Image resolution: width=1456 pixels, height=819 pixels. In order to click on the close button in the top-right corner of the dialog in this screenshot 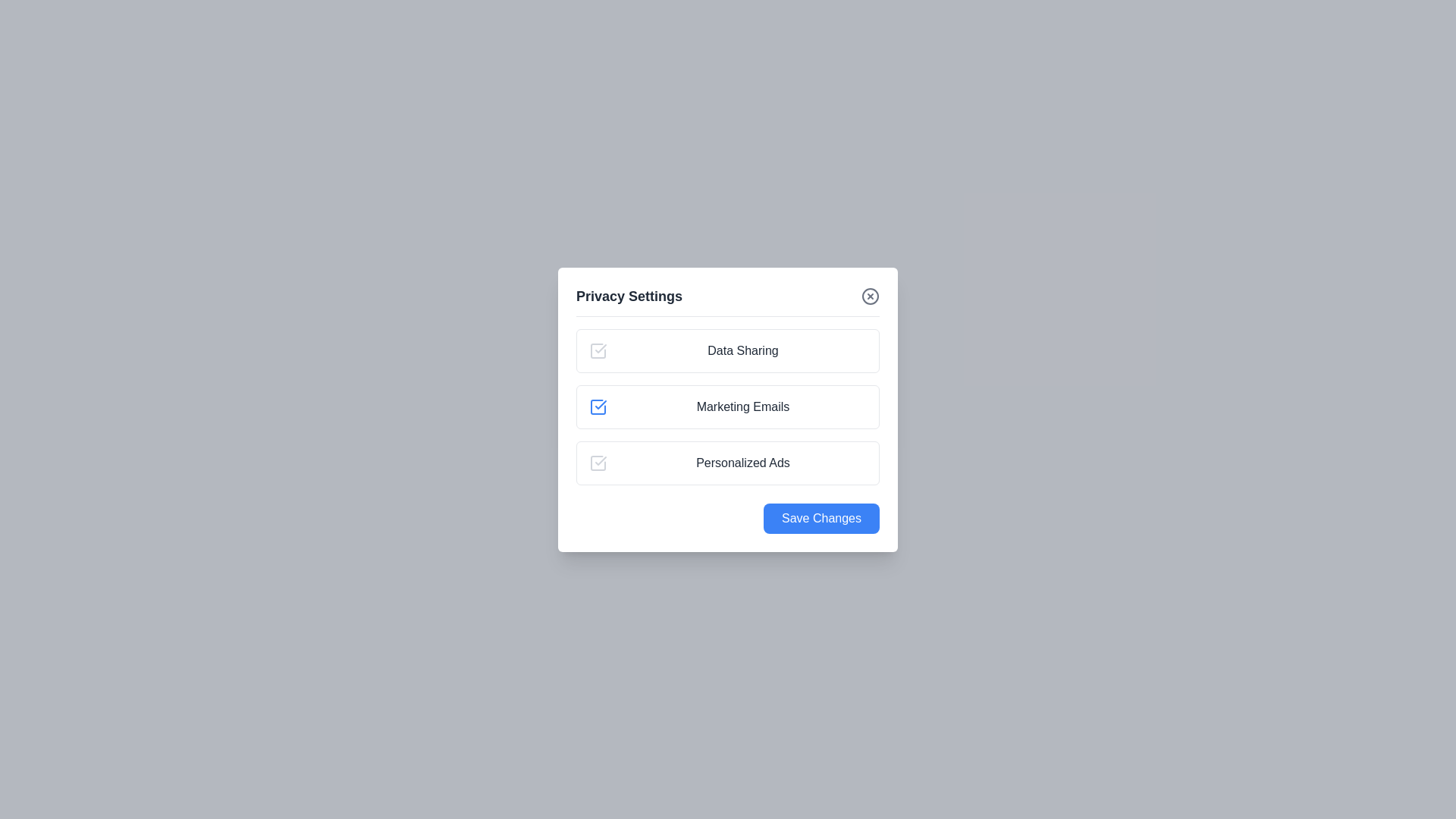, I will do `click(870, 295)`.